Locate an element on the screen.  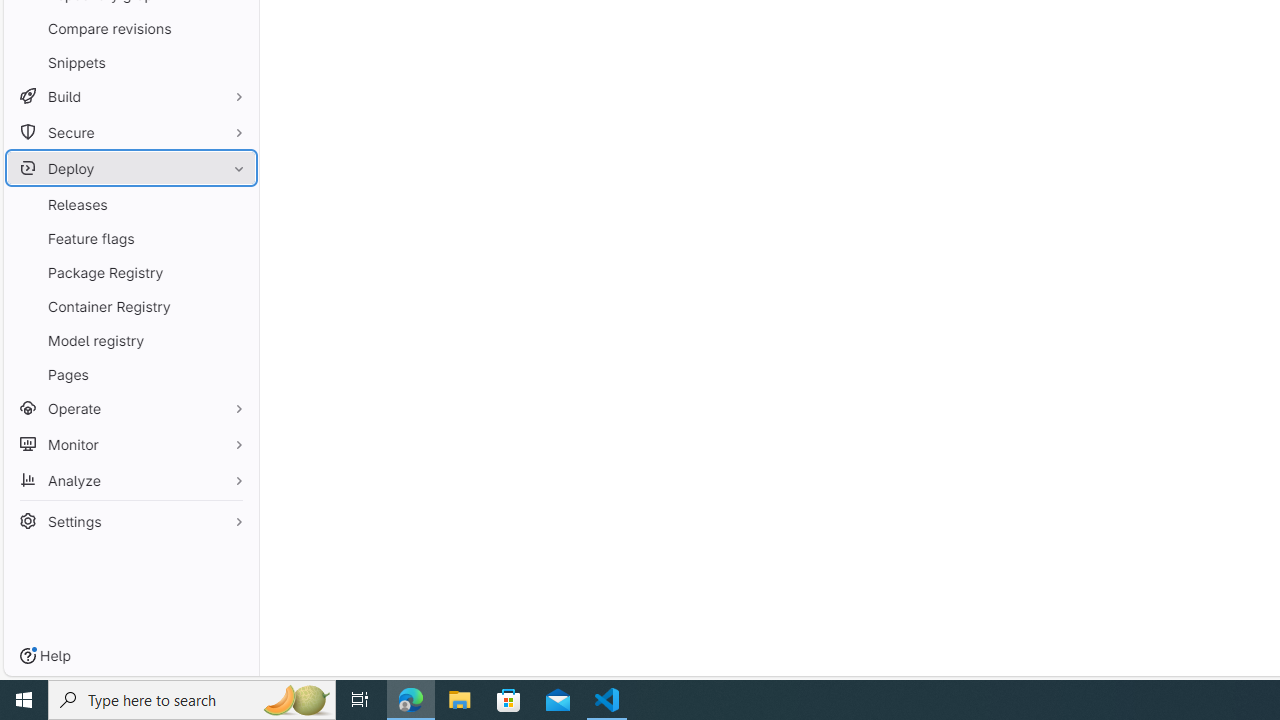
'Build' is located at coordinates (130, 96).